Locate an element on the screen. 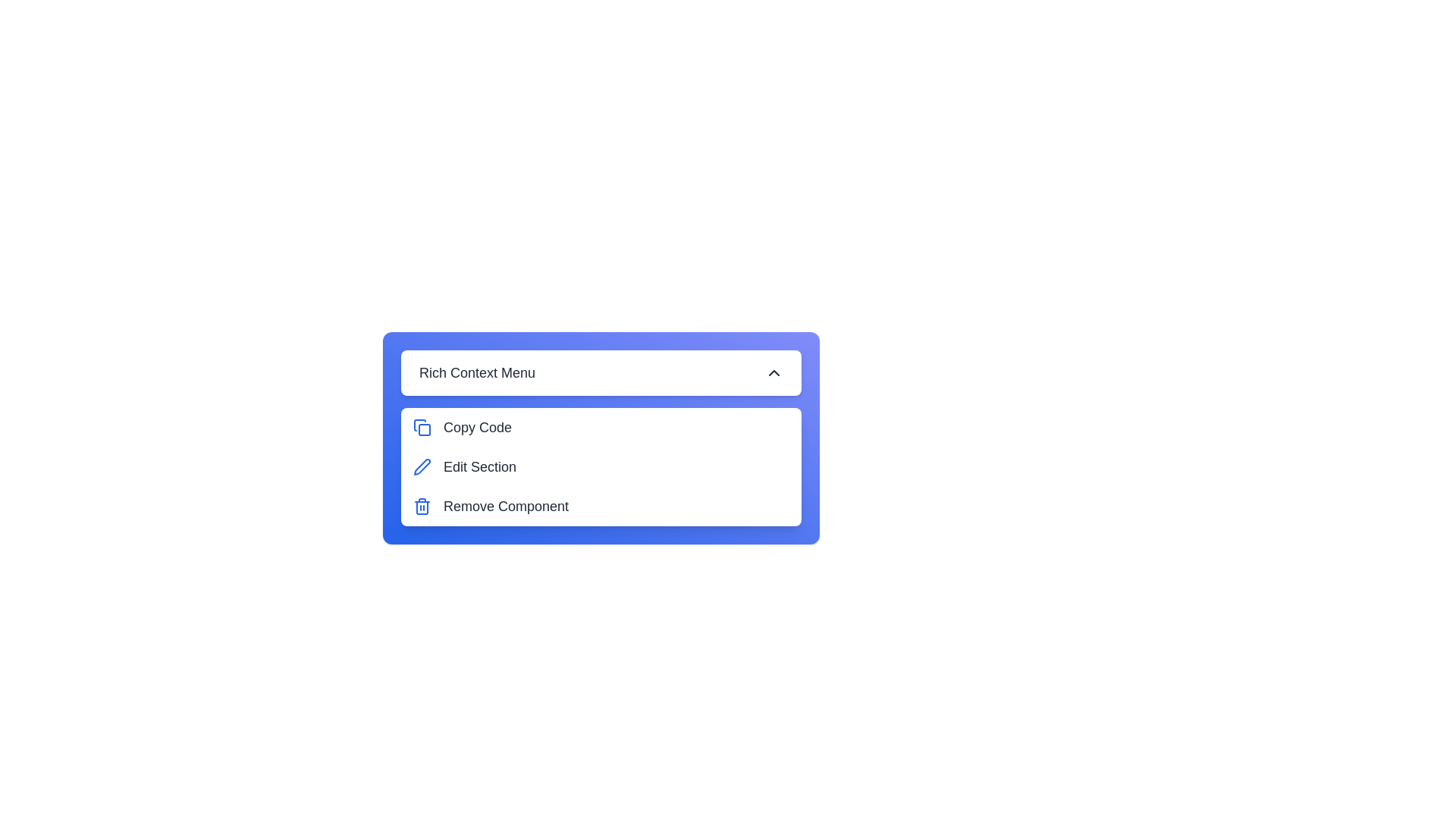 This screenshot has width=1456, height=819. the 'Remove Component' option in the menu is located at coordinates (600, 506).